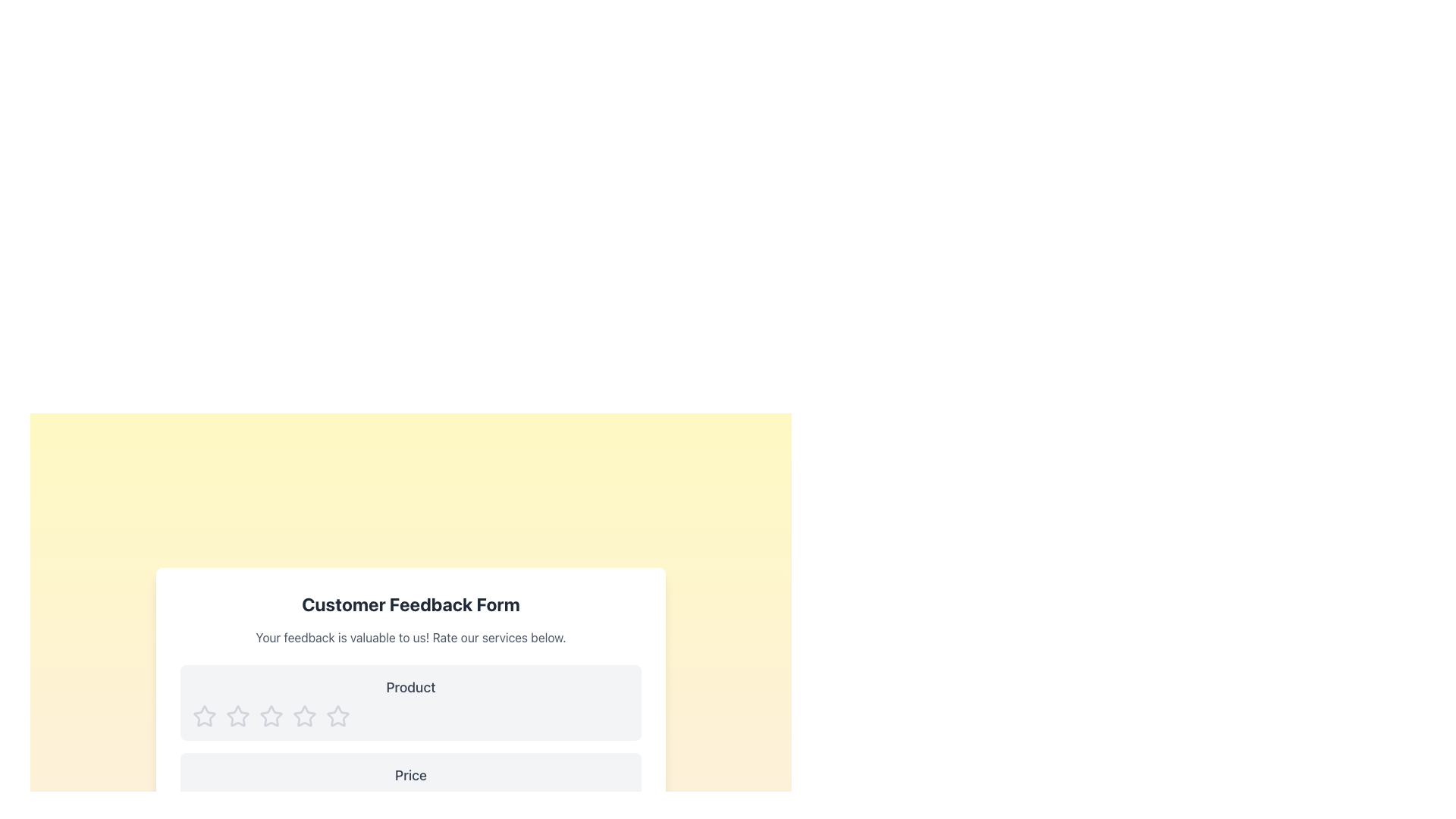 This screenshot has width=1456, height=819. I want to click on the first star icon in the horizontal row of star icons under the 'Product' rating section of the feedback form, so click(203, 717).